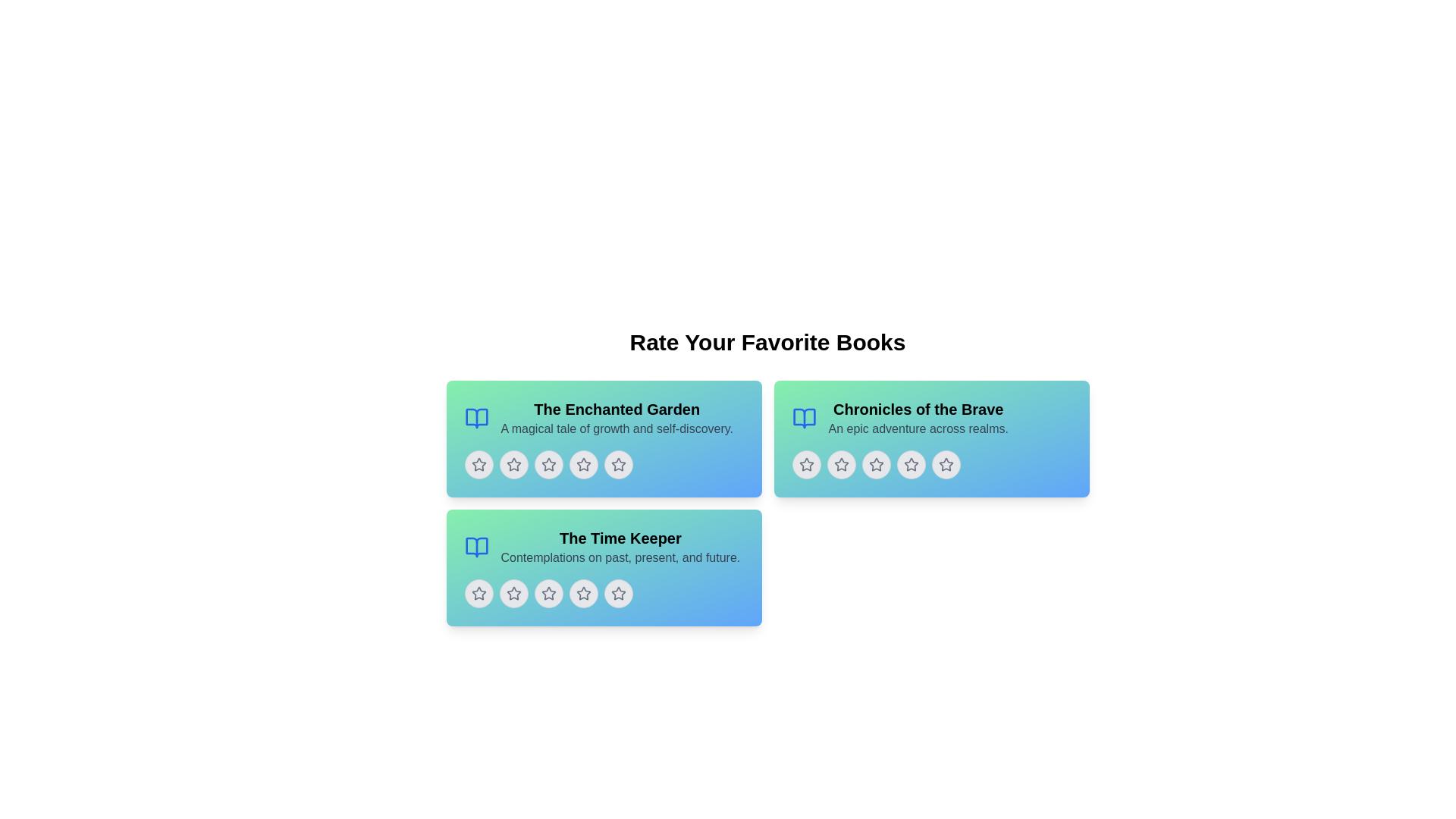 The image size is (1456, 819). What do you see at coordinates (910, 464) in the screenshot?
I see `the third gray outlined star icon in the rating system of the 'Chronicles of the Brave' card interface to rate it` at bounding box center [910, 464].